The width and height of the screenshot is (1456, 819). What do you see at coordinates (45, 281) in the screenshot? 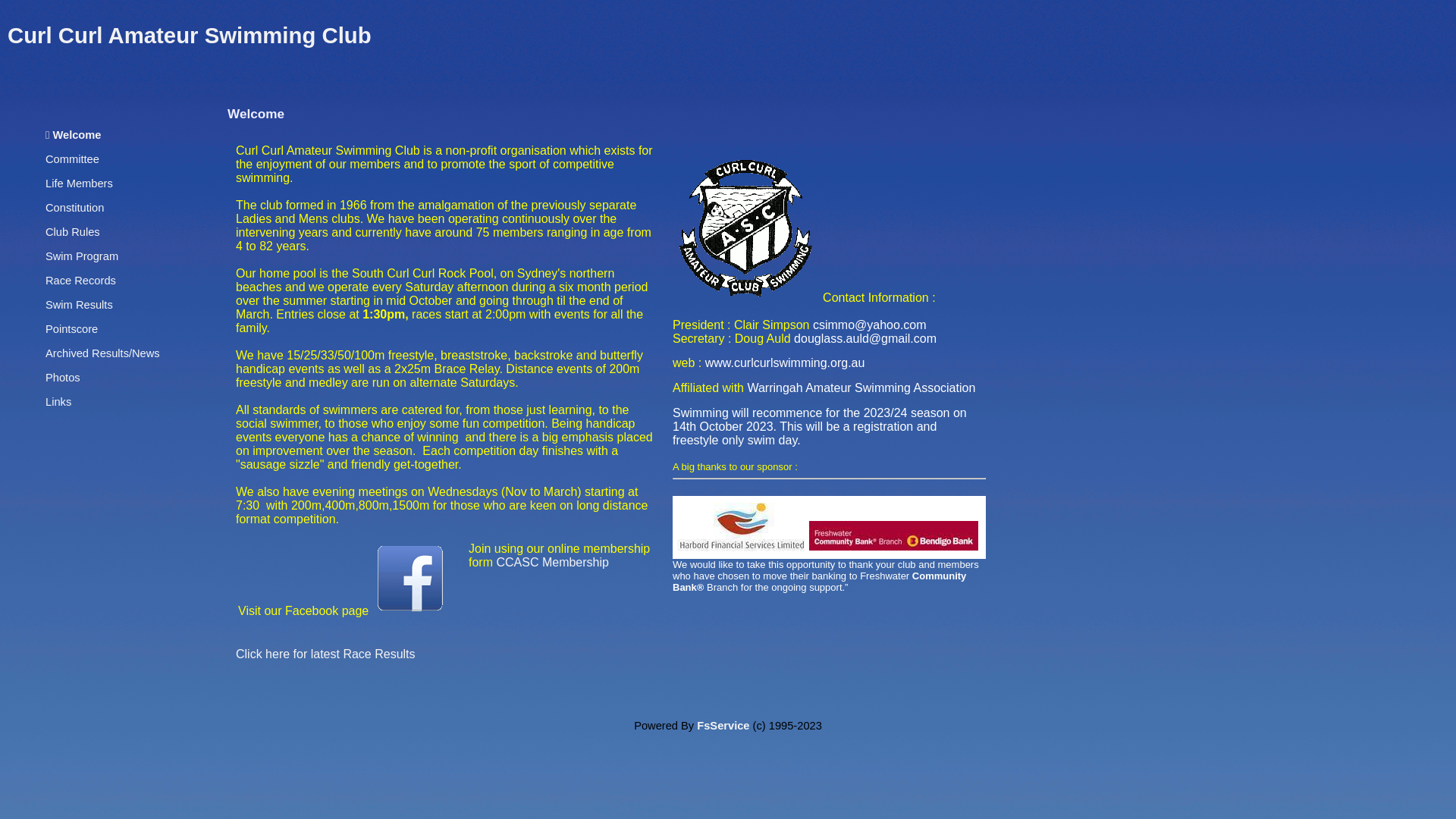
I see `'Race Records'` at bounding box center [45, 281].